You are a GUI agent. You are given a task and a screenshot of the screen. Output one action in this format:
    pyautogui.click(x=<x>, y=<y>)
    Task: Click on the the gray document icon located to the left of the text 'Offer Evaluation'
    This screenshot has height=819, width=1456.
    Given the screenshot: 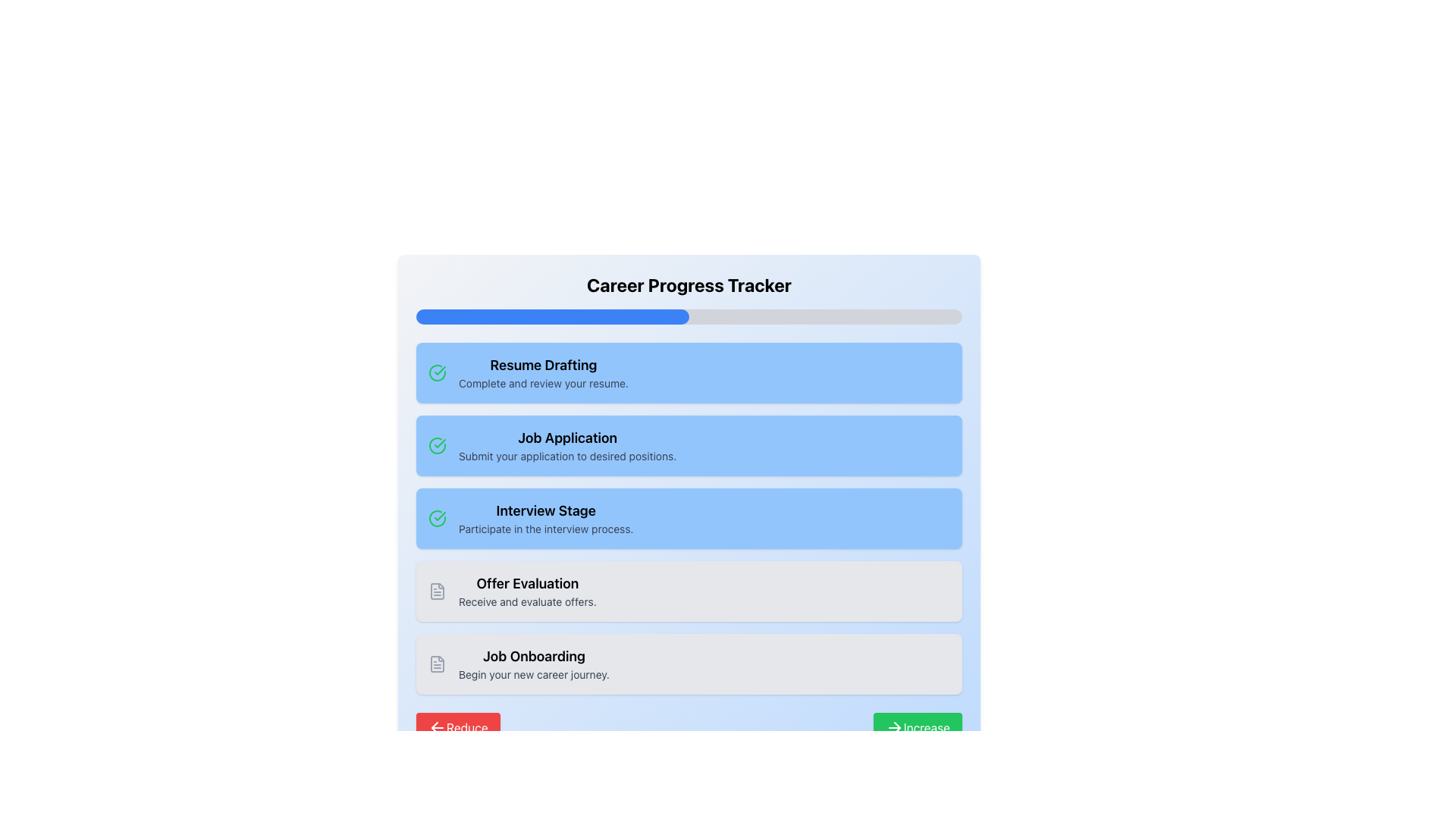 What is the action you would take?
    pyautogui.click(x=436, y=590)
    